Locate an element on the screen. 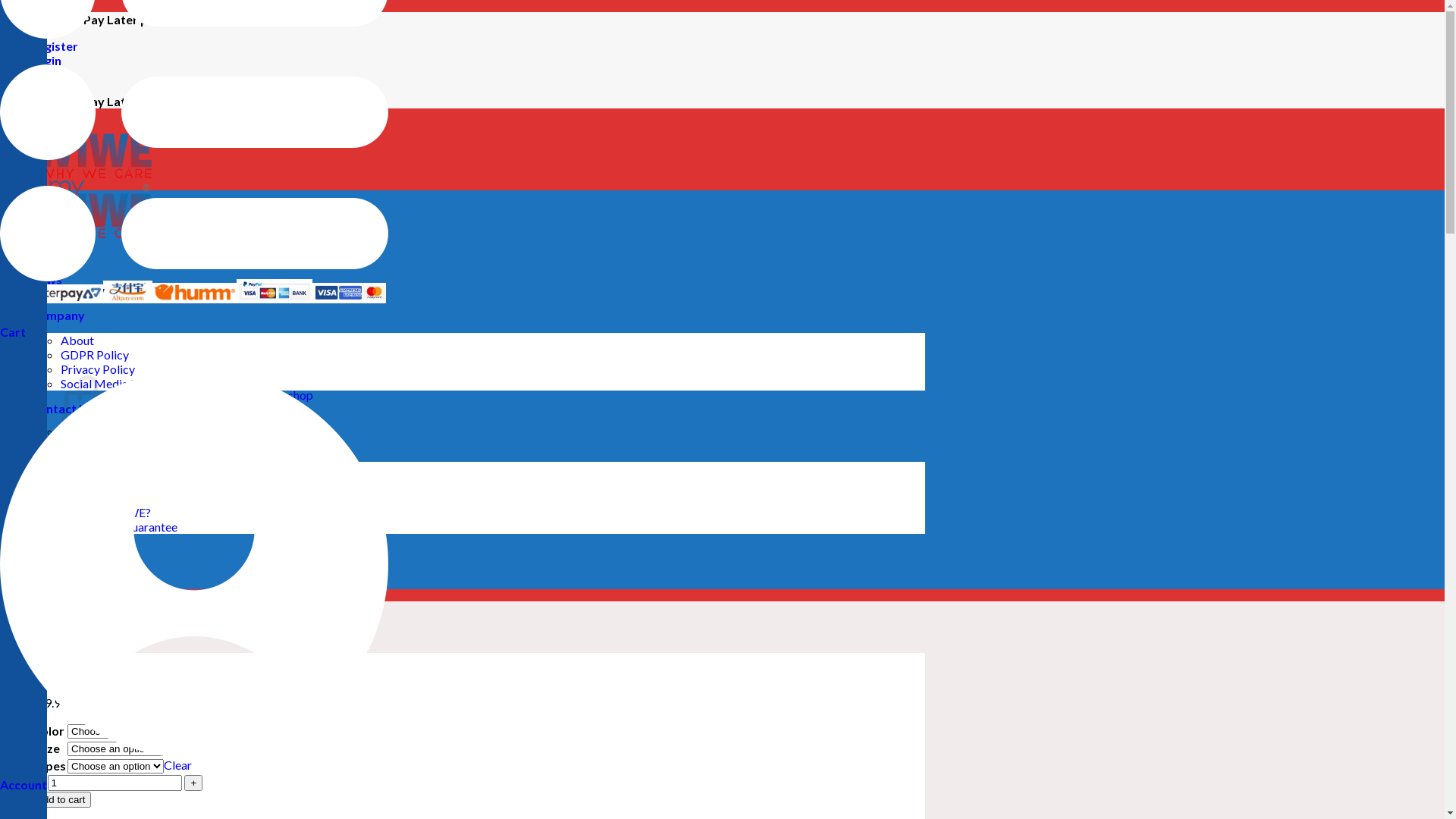 This screenshot has height=819, width=1456. 'Privacy Policy' is located at coordinates (97, 369).